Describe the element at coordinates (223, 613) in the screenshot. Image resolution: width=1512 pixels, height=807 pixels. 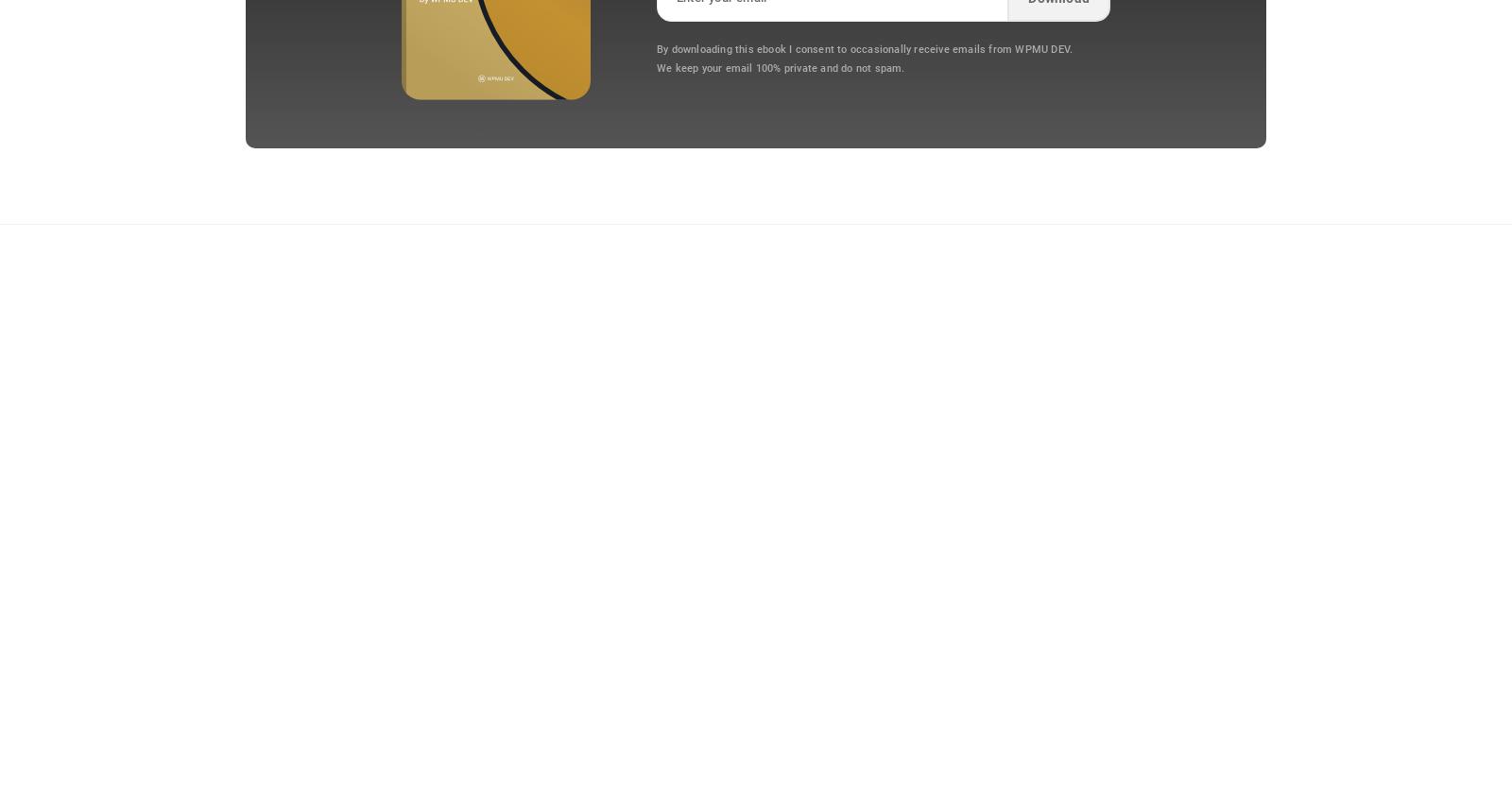
I see `'IVT Pro'` at that location.